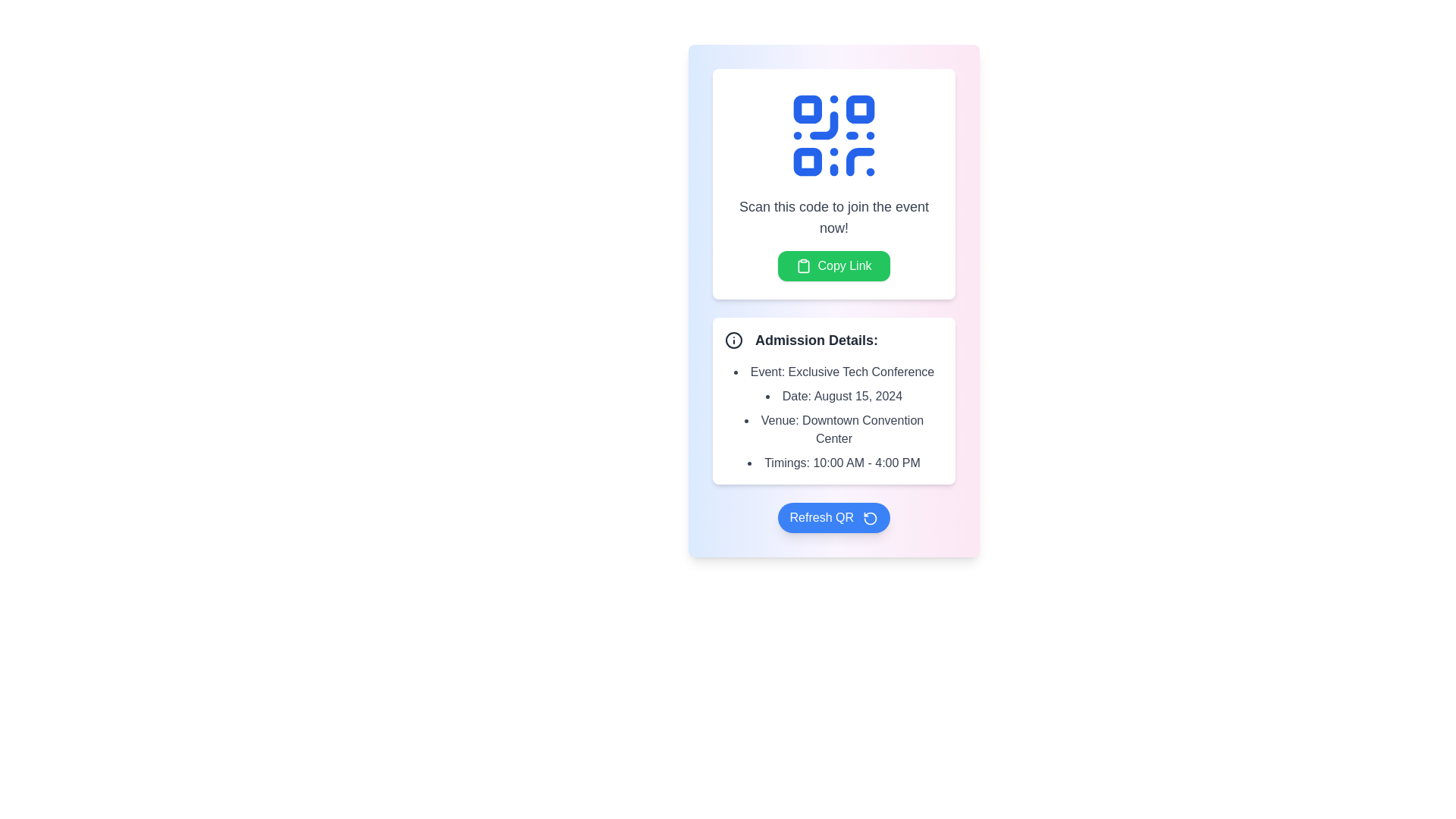 This screenshot has width=1456, height=819. What do you see at coordinates (780, 420) in the screenshot?
I see `the Text label in the 'Admission Details' section that identifies the venue information for the event, located above the venue name 'Downtown Convention Center'` at bounding box center [780, 420].